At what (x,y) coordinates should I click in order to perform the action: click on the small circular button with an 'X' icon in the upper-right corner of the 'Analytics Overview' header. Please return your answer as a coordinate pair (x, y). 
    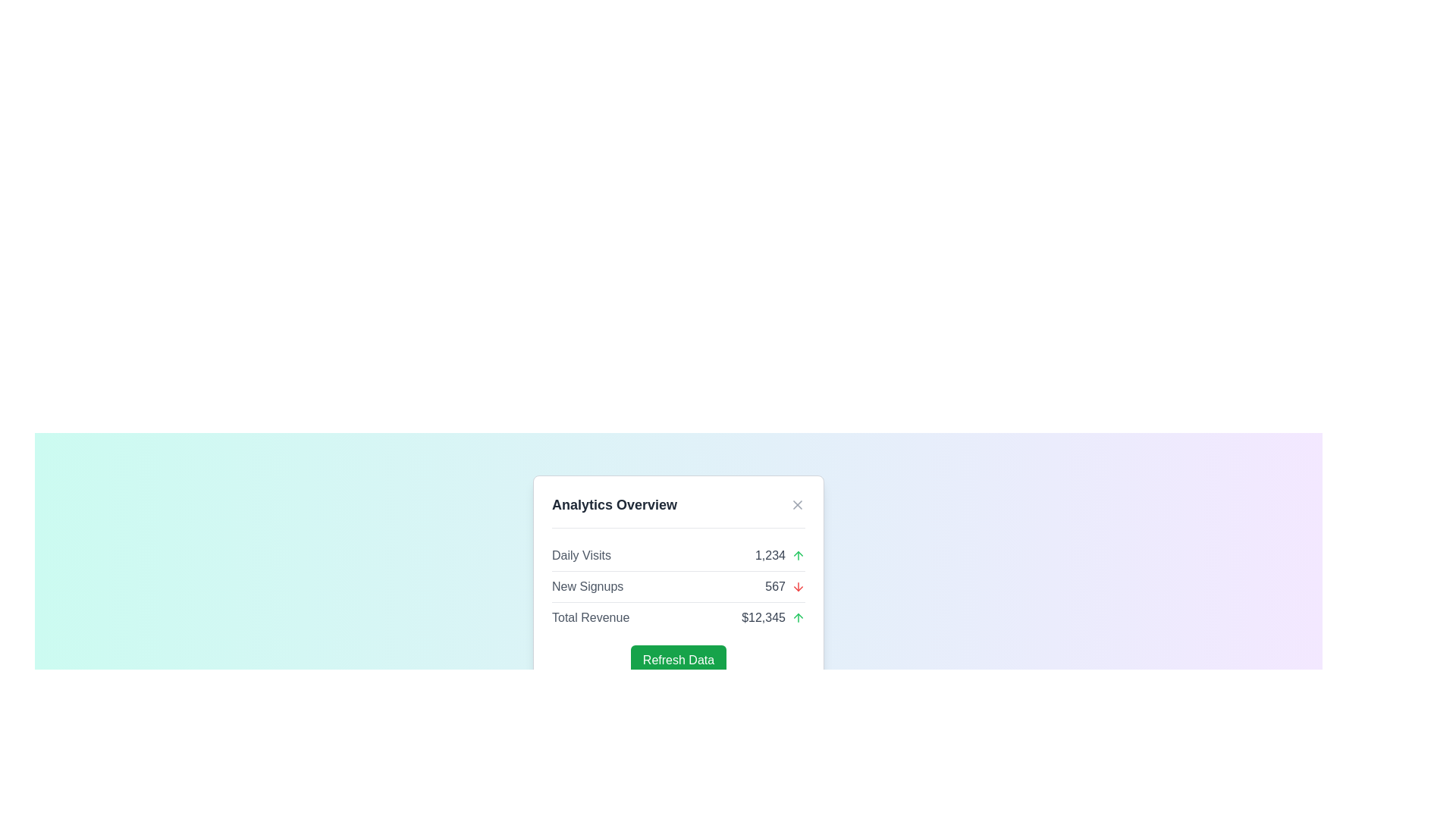
    Looking at the image, I should click on (796, 505).